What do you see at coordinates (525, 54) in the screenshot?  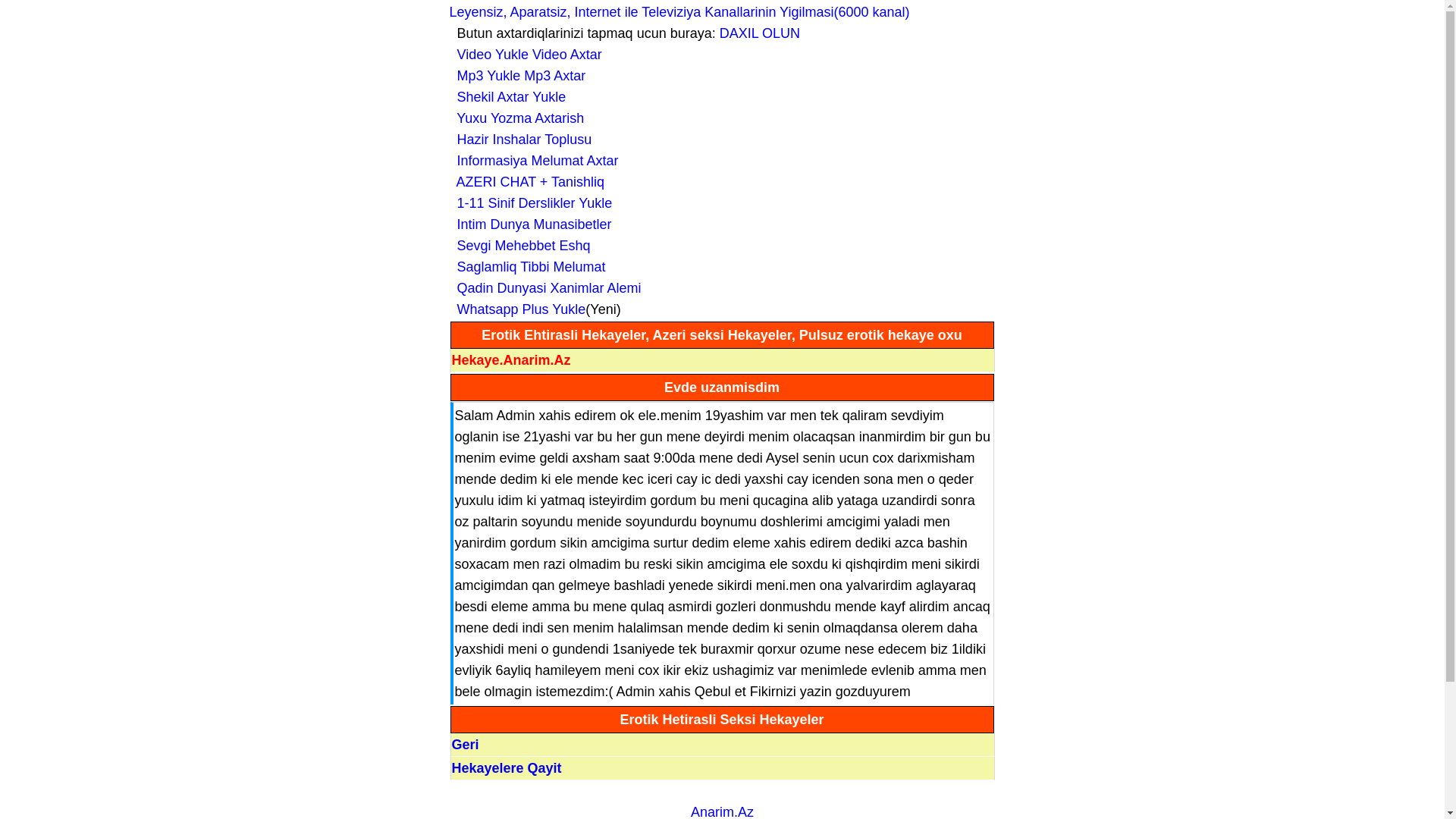 I see `'  Video Yukle Video Axtar'` at bounding box center [525, 54].